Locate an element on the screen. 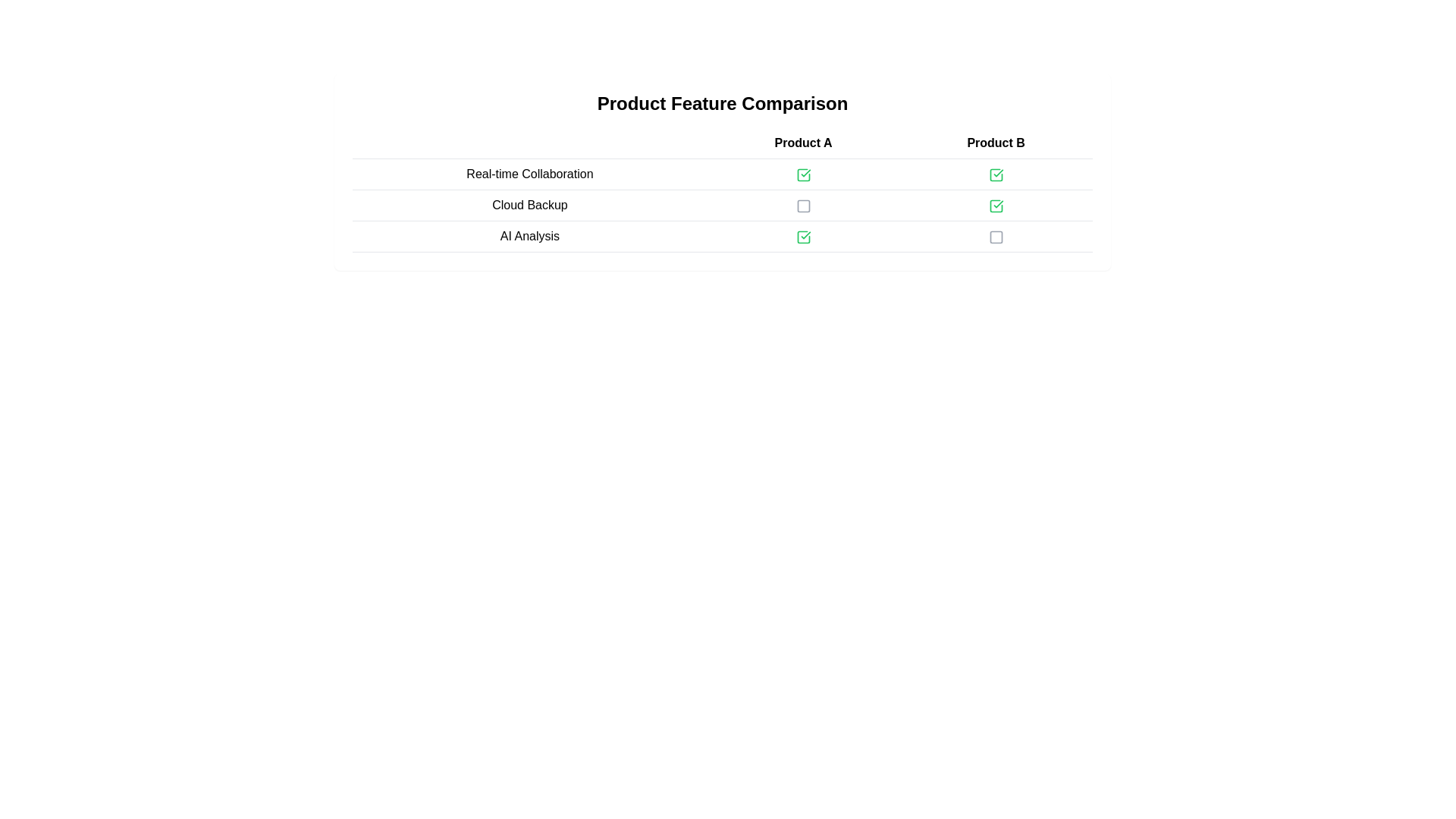 This screenshot has width=1456, height=819. the green check mark icon in the 'Product B' column under the 'Real-time Collaboration' row within the 'Product Feature Comparison' section is located at coordinates (996, 174).